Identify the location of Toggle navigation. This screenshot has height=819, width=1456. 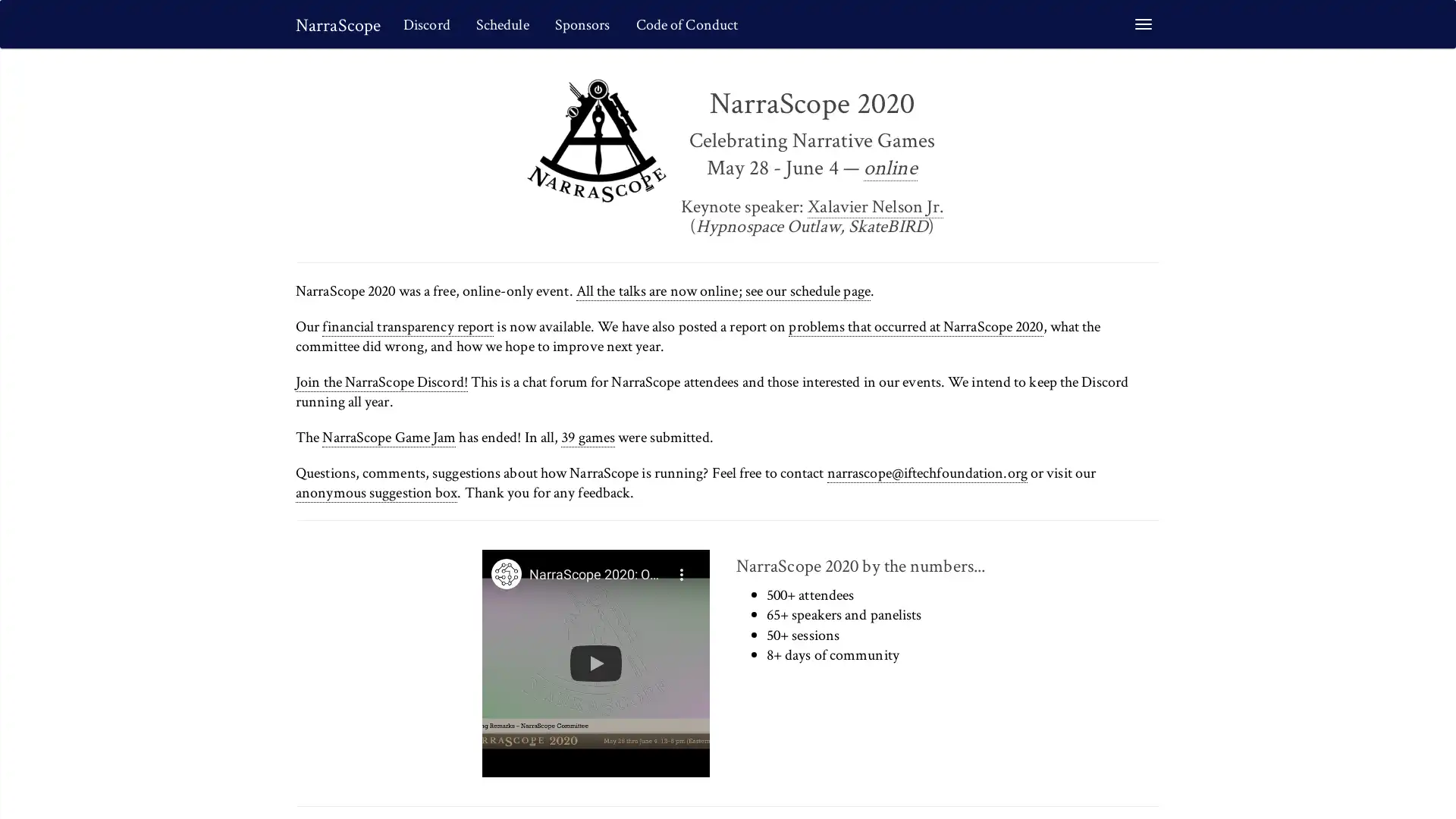
(1143, 24).